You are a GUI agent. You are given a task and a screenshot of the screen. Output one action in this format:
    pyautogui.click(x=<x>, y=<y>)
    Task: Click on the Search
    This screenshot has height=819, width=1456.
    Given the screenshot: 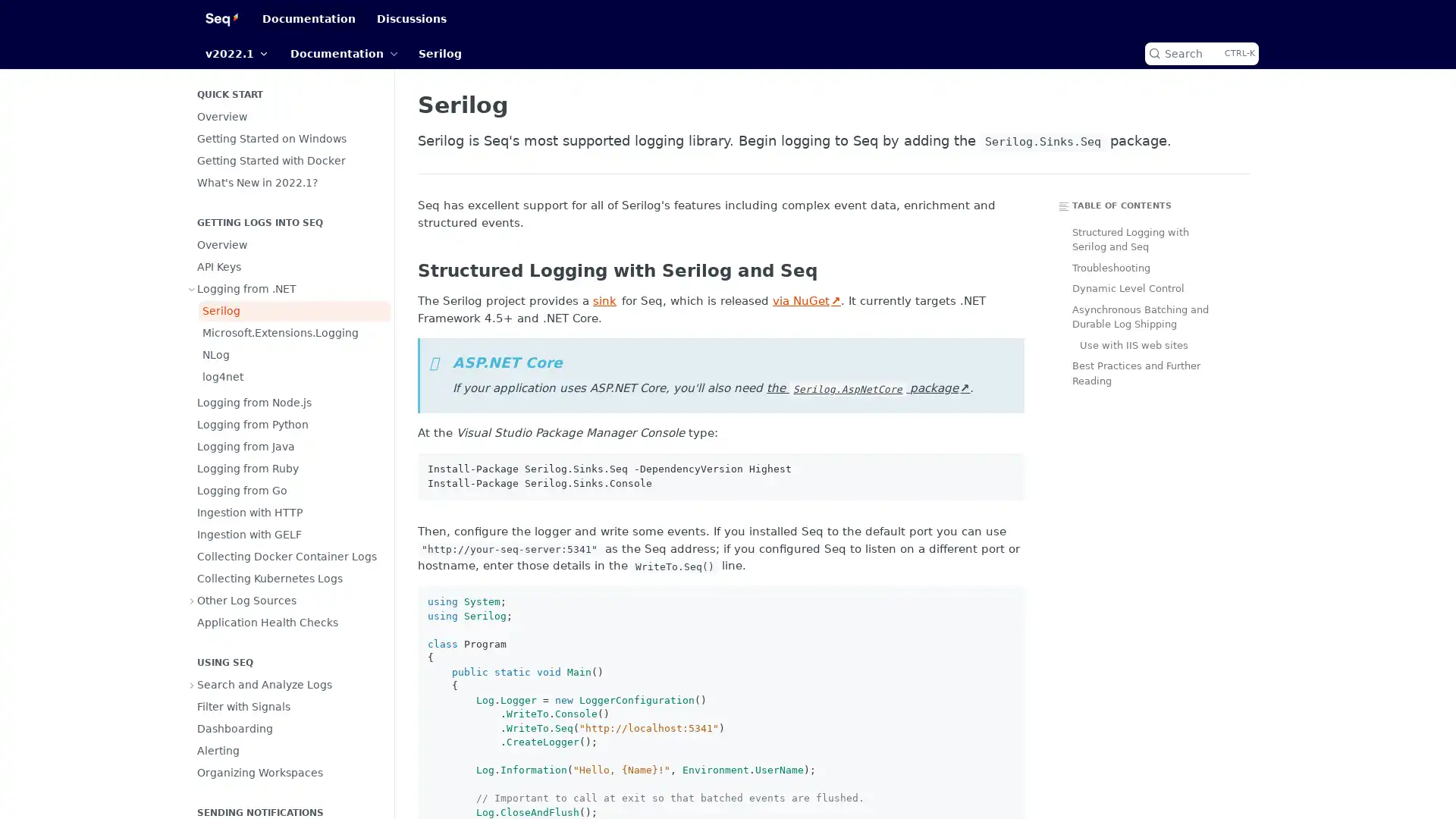 What is the action you would take?
    pyautogui.click(x=1200, y=52)
    